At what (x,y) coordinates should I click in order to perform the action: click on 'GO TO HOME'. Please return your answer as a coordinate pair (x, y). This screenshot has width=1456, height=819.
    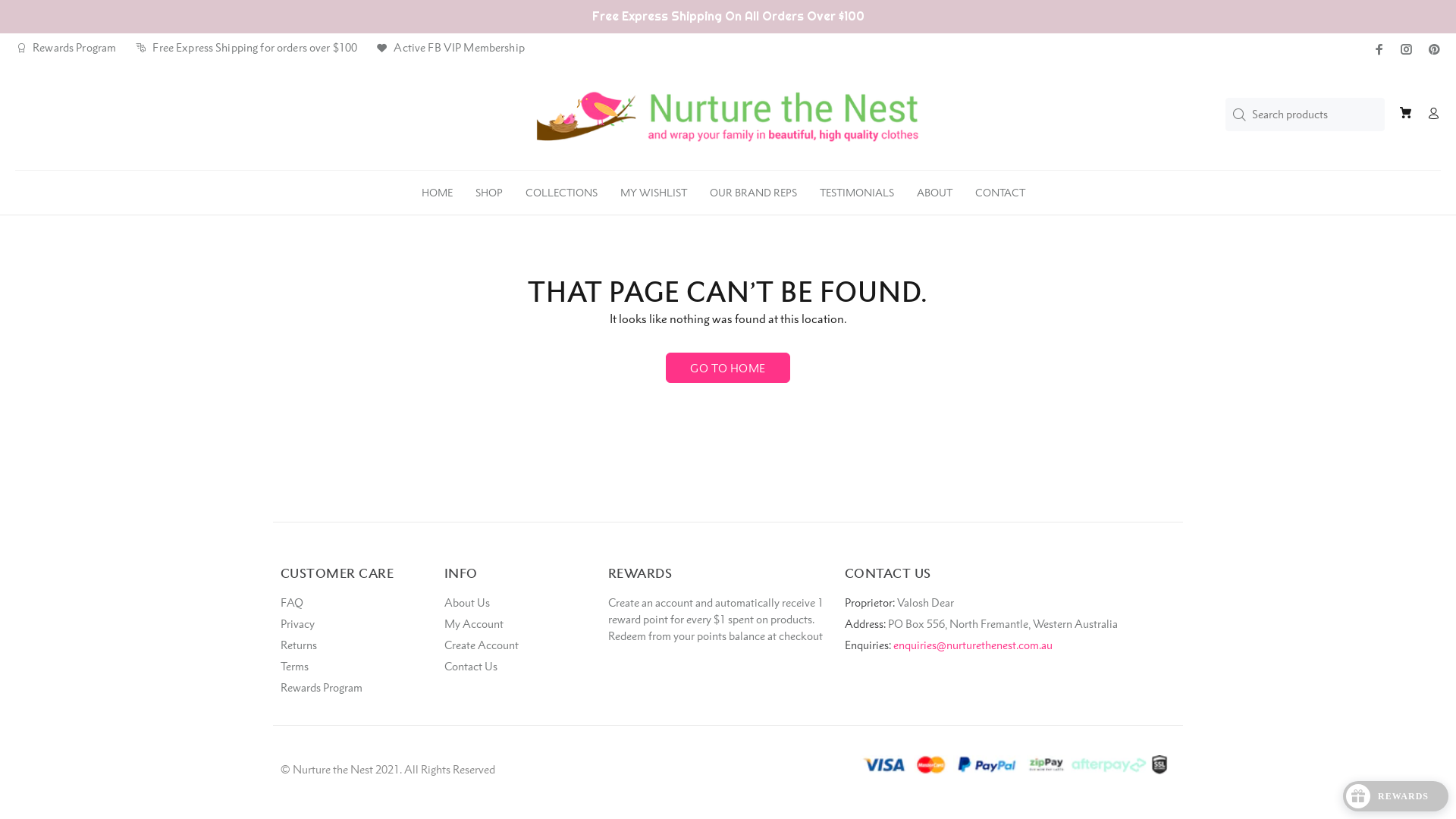
    Looking at the image, I should click on (726, 368).